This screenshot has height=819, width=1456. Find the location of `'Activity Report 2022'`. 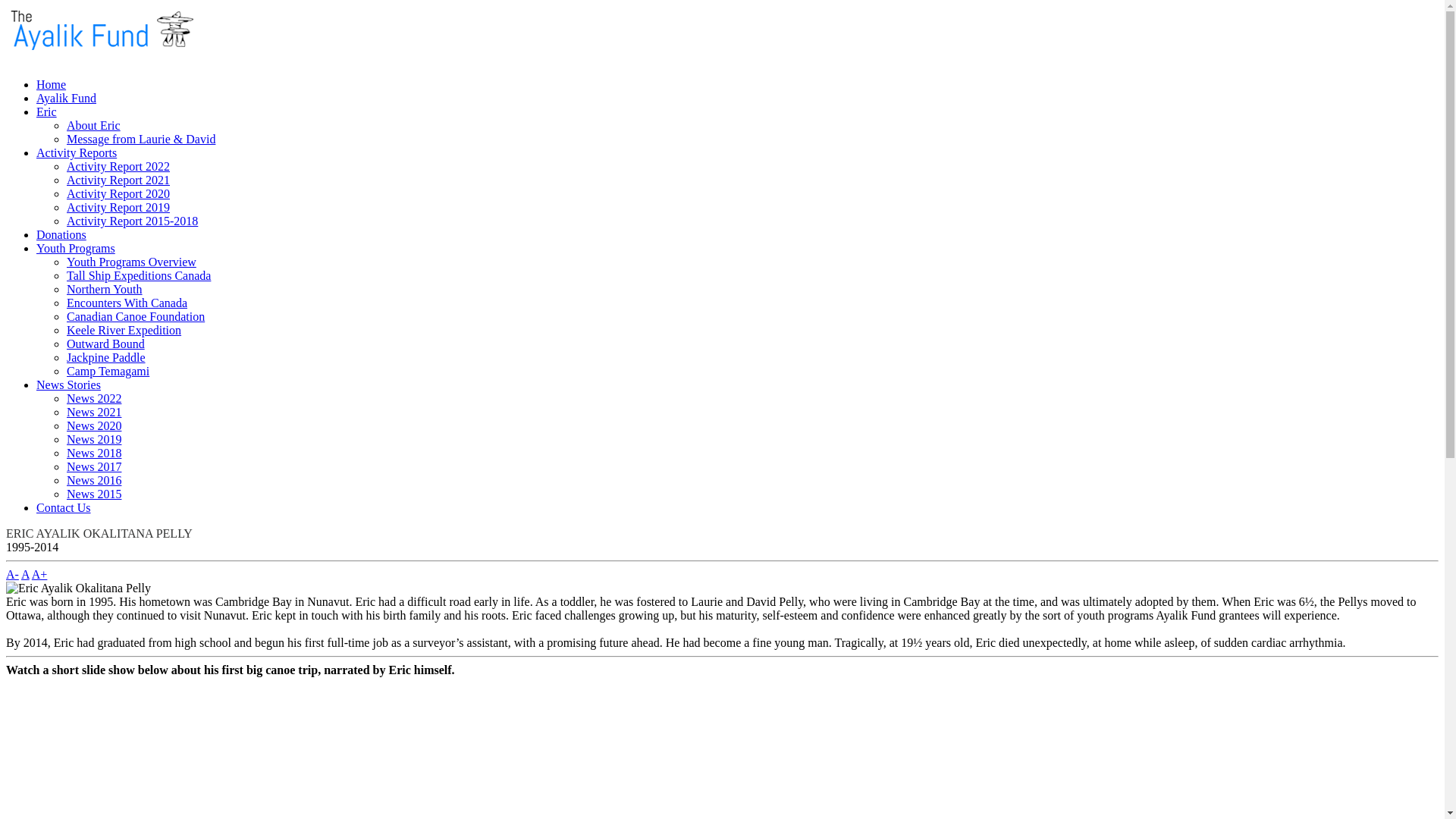

'Activity Report 2022' is located at coordinates (118, 166).